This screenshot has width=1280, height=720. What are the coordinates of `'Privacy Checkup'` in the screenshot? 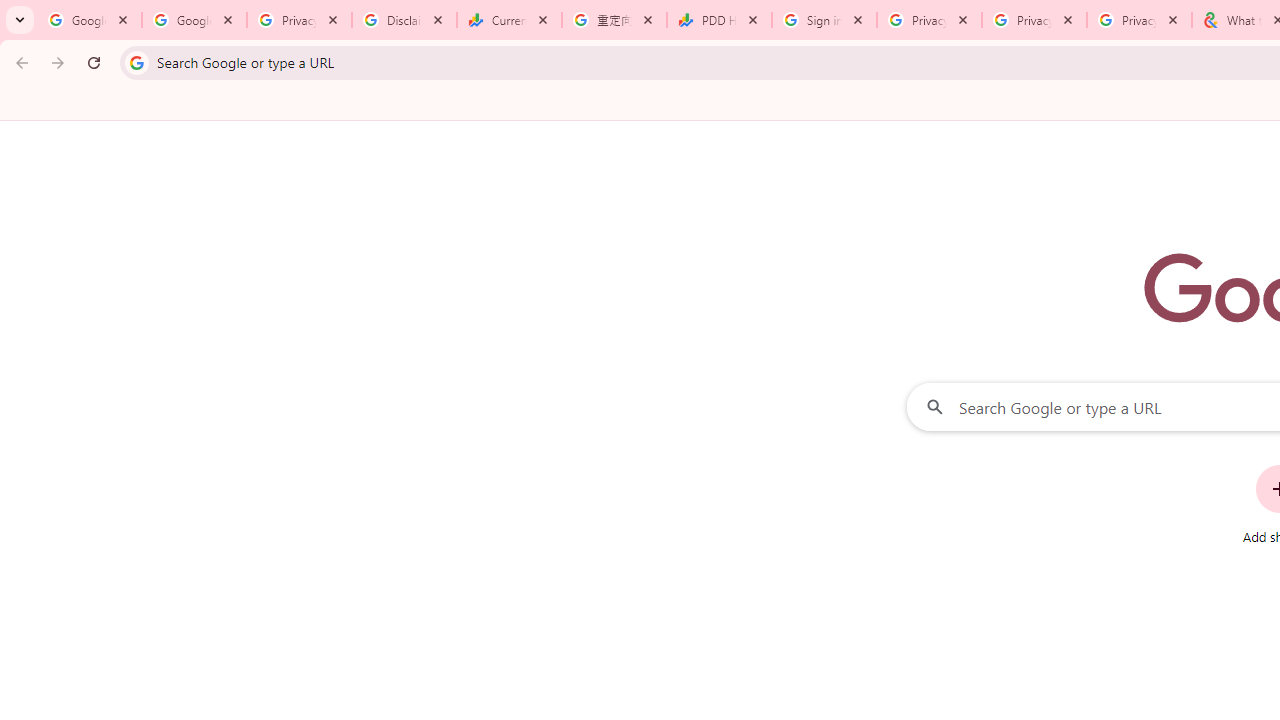 It's located at (1034, 20).